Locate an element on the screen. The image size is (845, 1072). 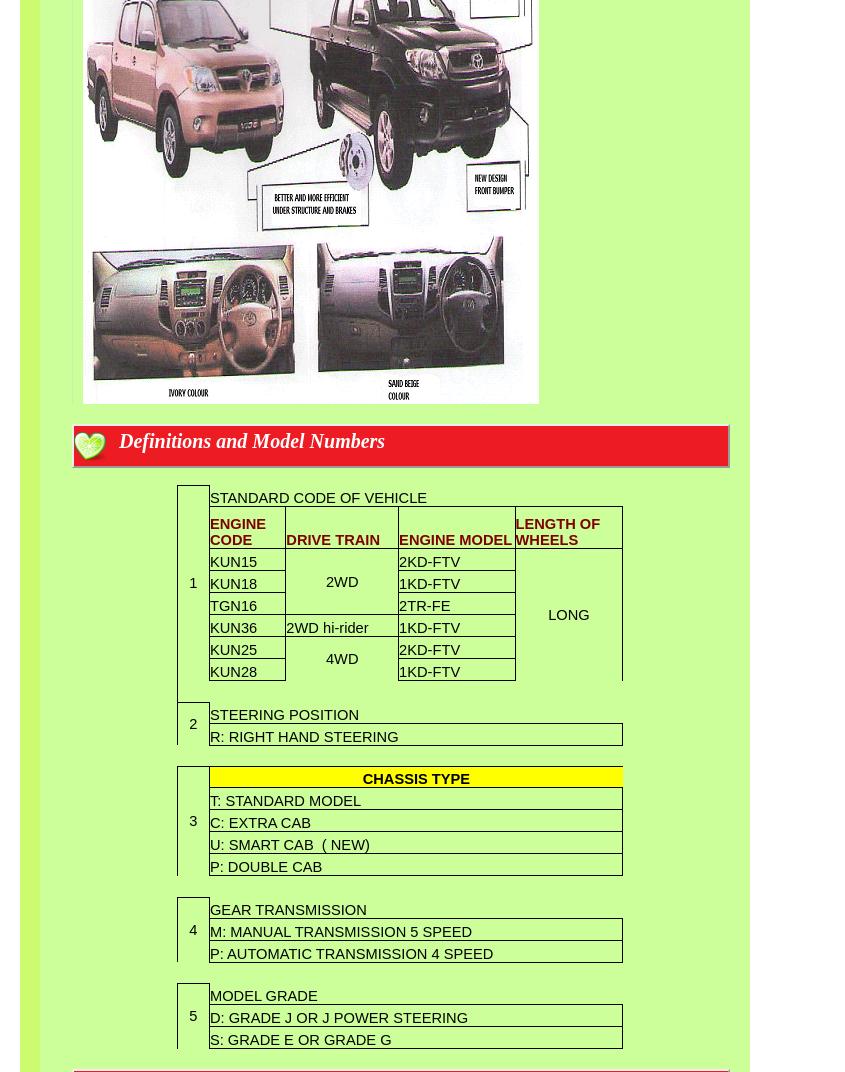
'C: EXTRA CAB' is located at coordinates (259, 821).